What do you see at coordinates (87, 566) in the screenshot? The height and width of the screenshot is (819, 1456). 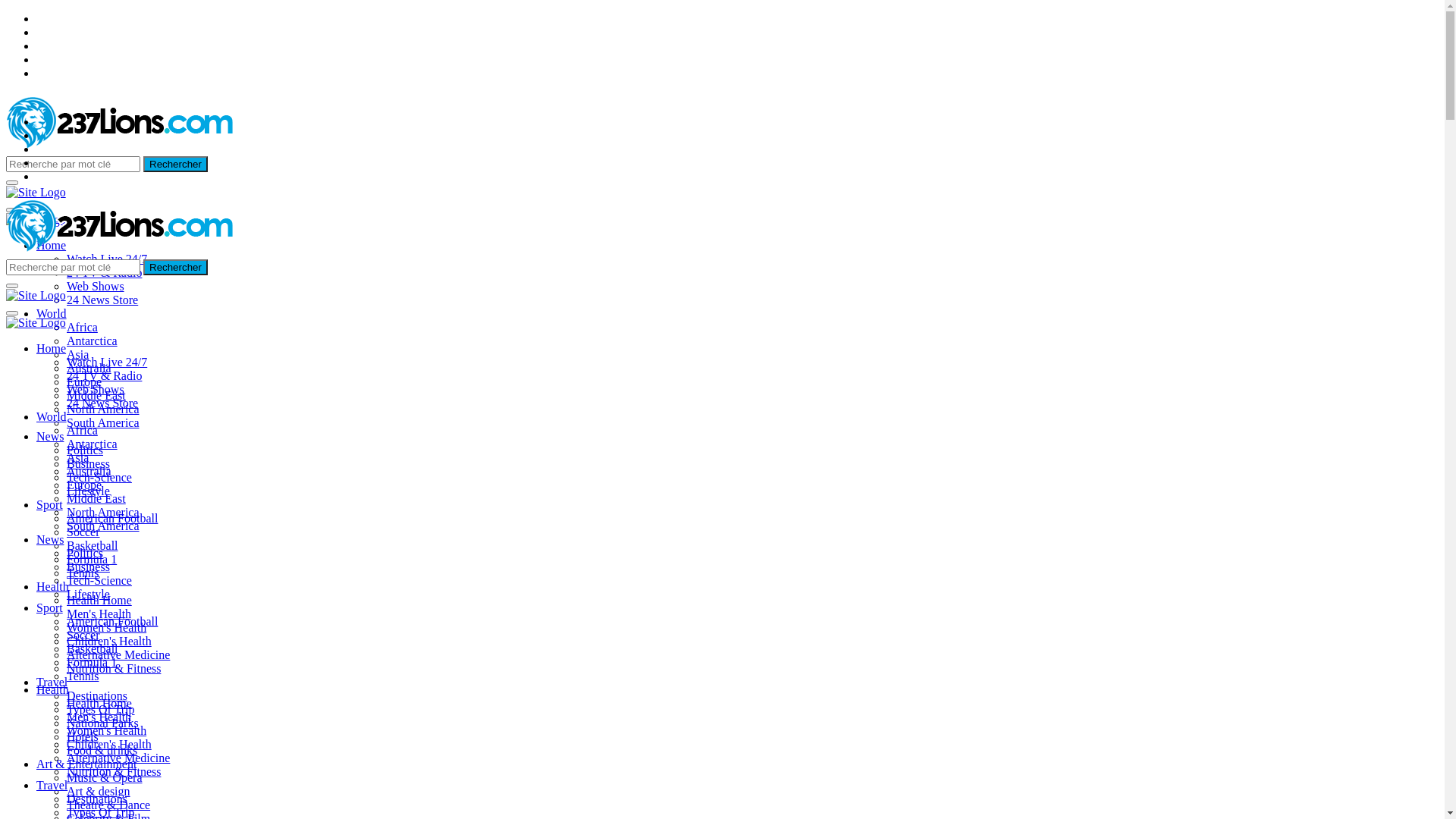 I see `'Business'` at bounding box center [87, 566].